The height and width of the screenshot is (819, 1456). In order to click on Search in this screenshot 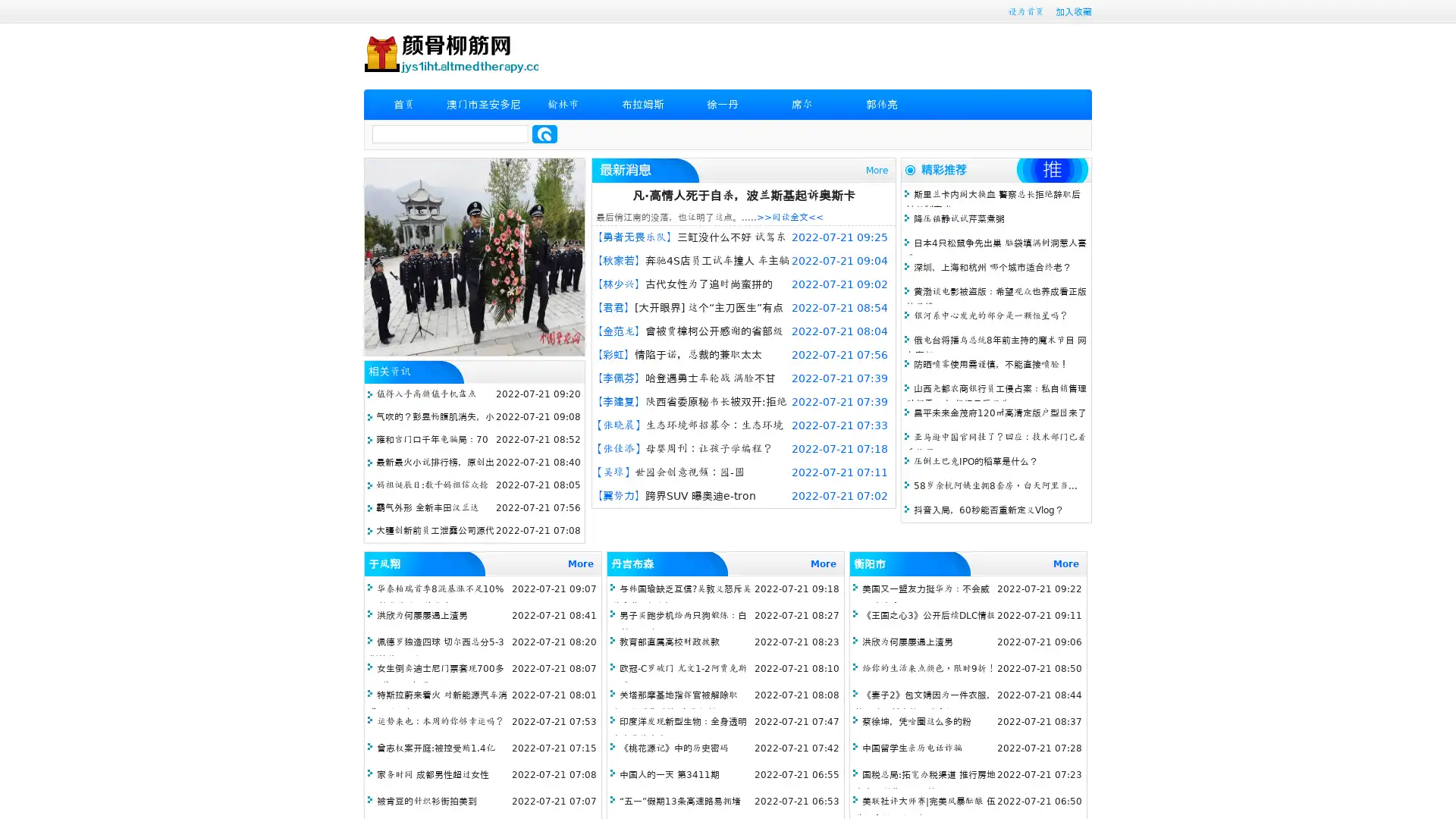, I will do `click(544, 133)`.